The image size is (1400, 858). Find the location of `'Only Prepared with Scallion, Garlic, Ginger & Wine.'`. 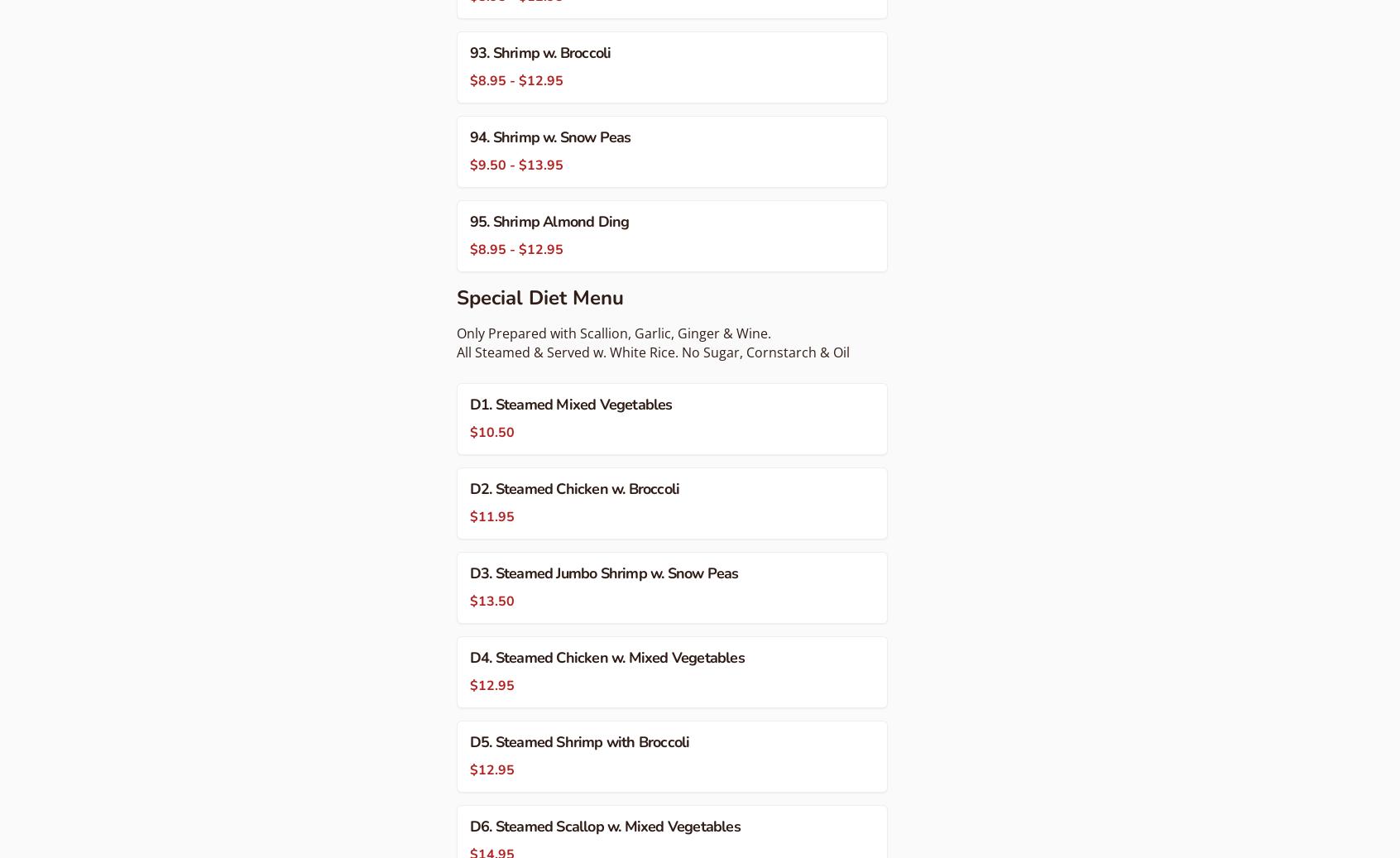

'Only Prepared with Scallion, Garlic, Ginger & Wine.' is located at coordinates (612, 332).